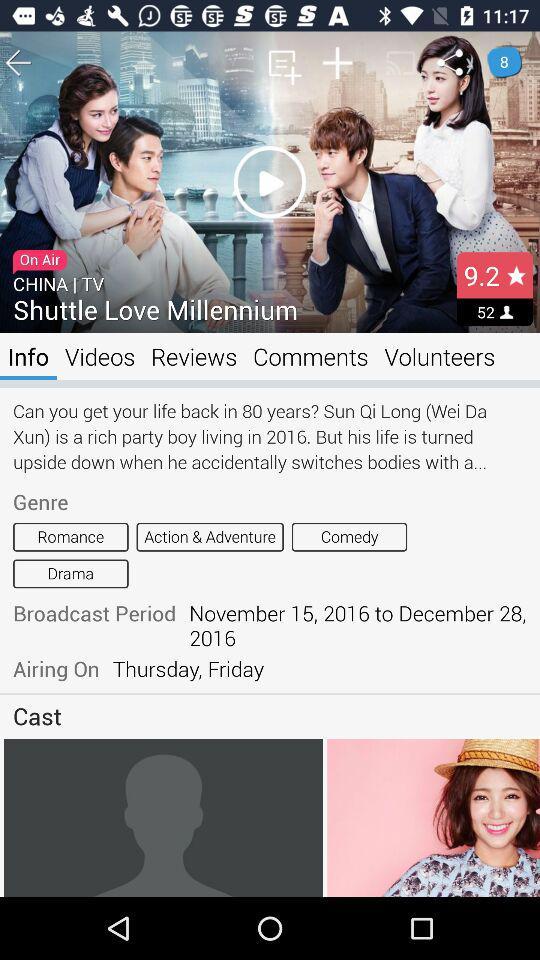 The height and width of the screenshot is (960, 540). Describe the element at coordinates (310, 356) in the screenshot. I see `icon to the left of the volunteers app` at that location.